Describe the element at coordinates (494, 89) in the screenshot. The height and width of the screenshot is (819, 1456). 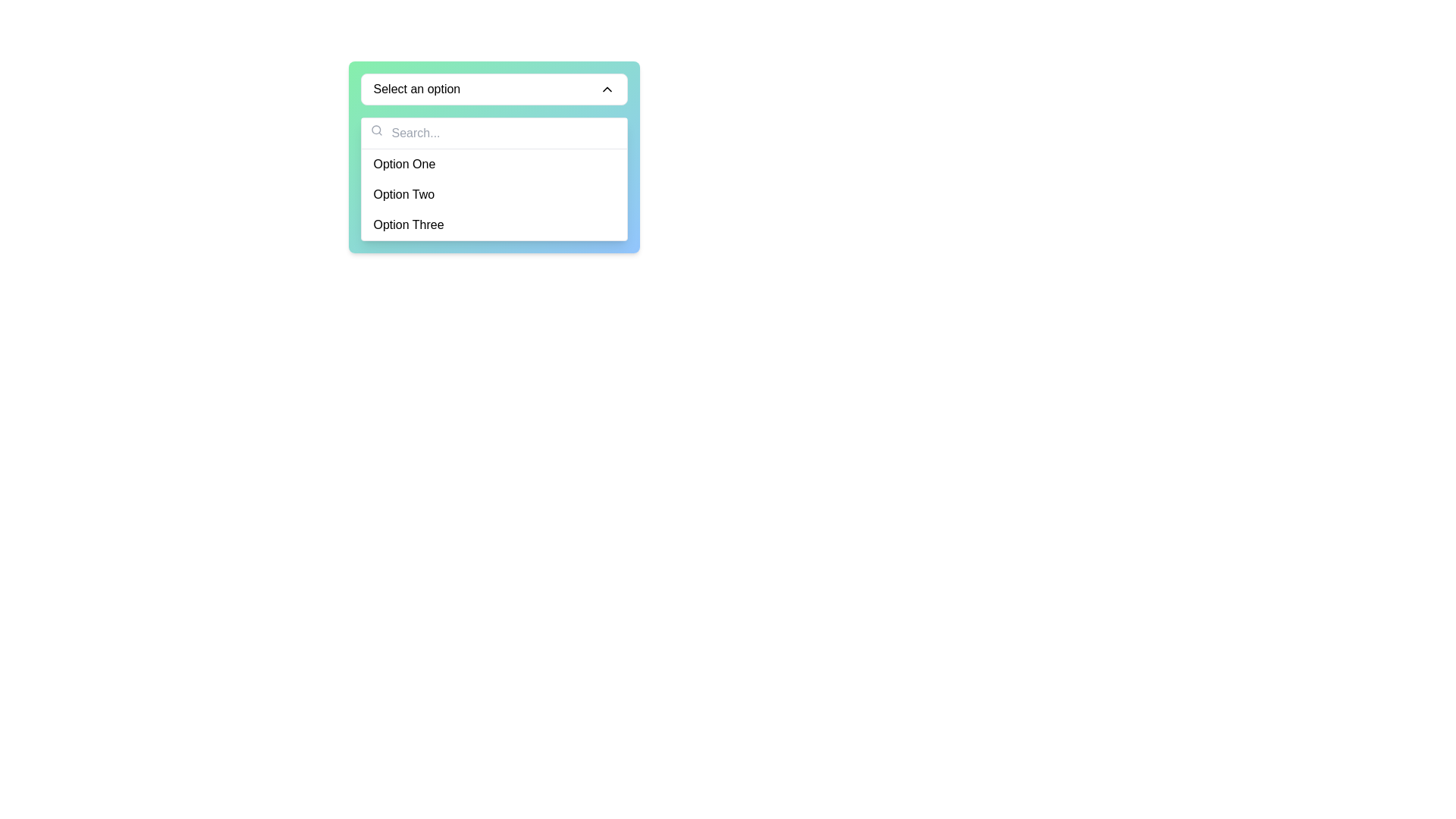
I see `the dropdown menu labeled 'Select an option'` at that location.